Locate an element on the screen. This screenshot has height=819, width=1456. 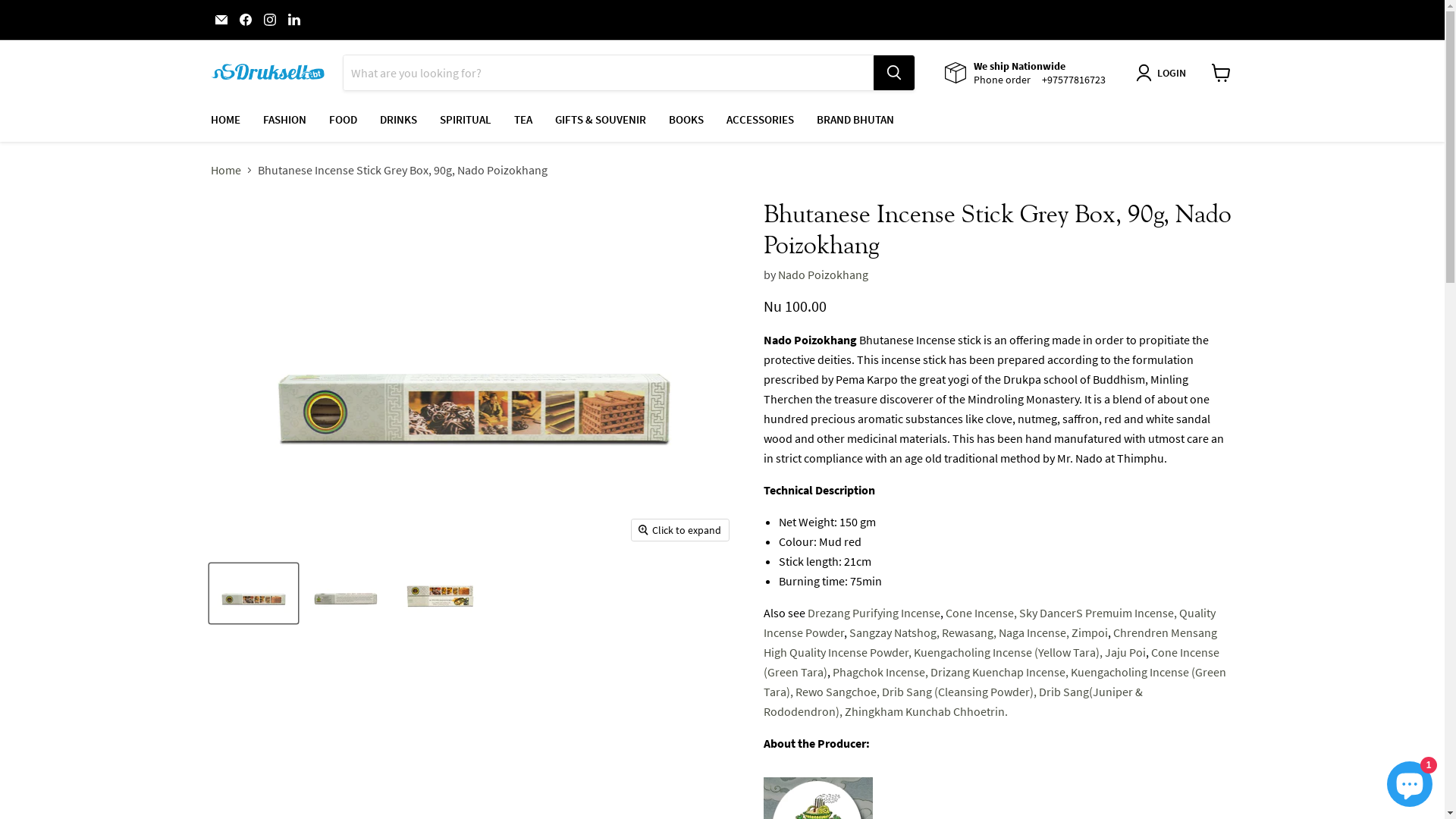
'BOOKS' is located at coordinates (684, 119).